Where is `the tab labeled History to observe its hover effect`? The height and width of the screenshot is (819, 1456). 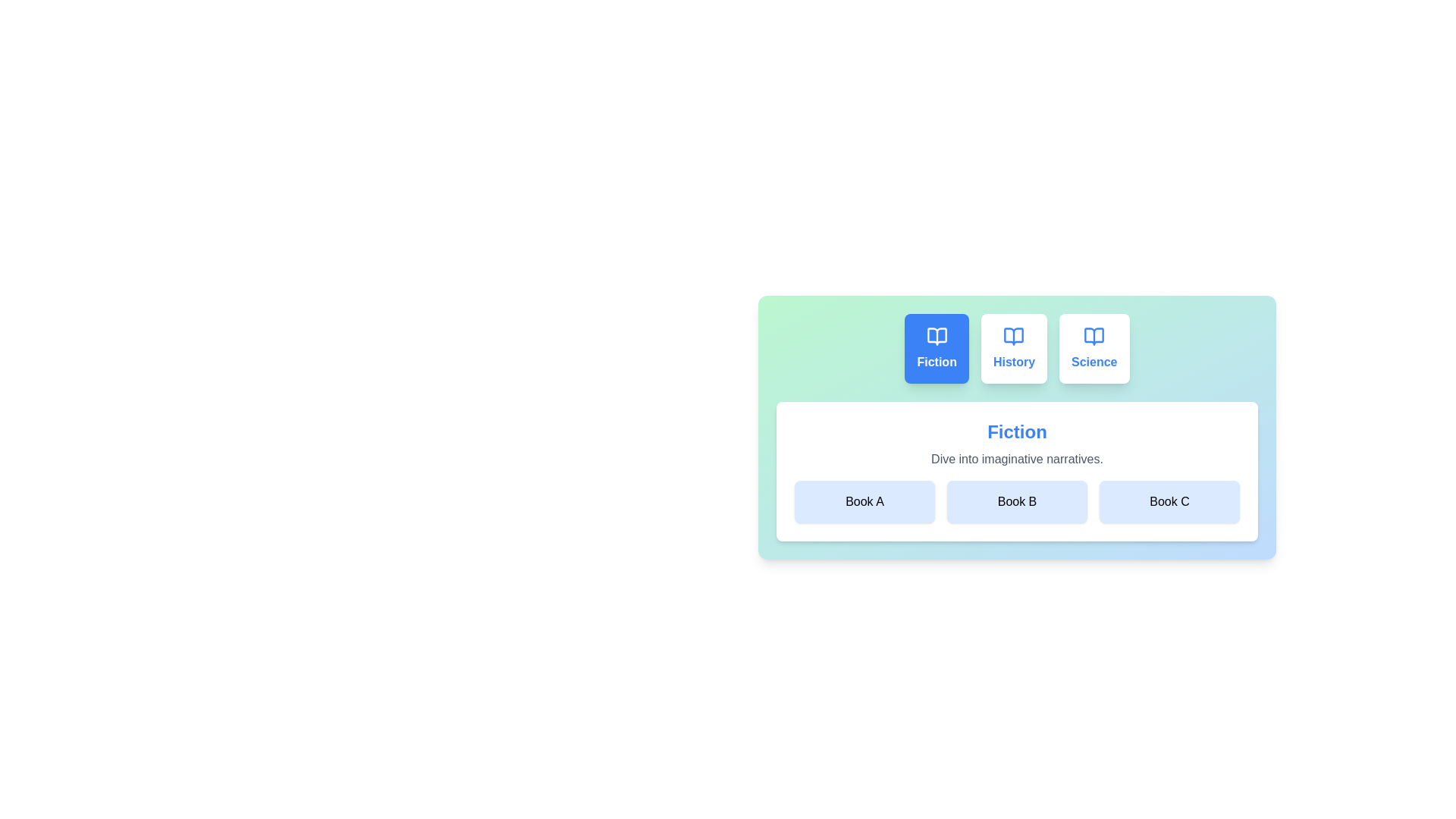 the tab labeled History to observe its hover effect is located at coordinates (1014, 348).